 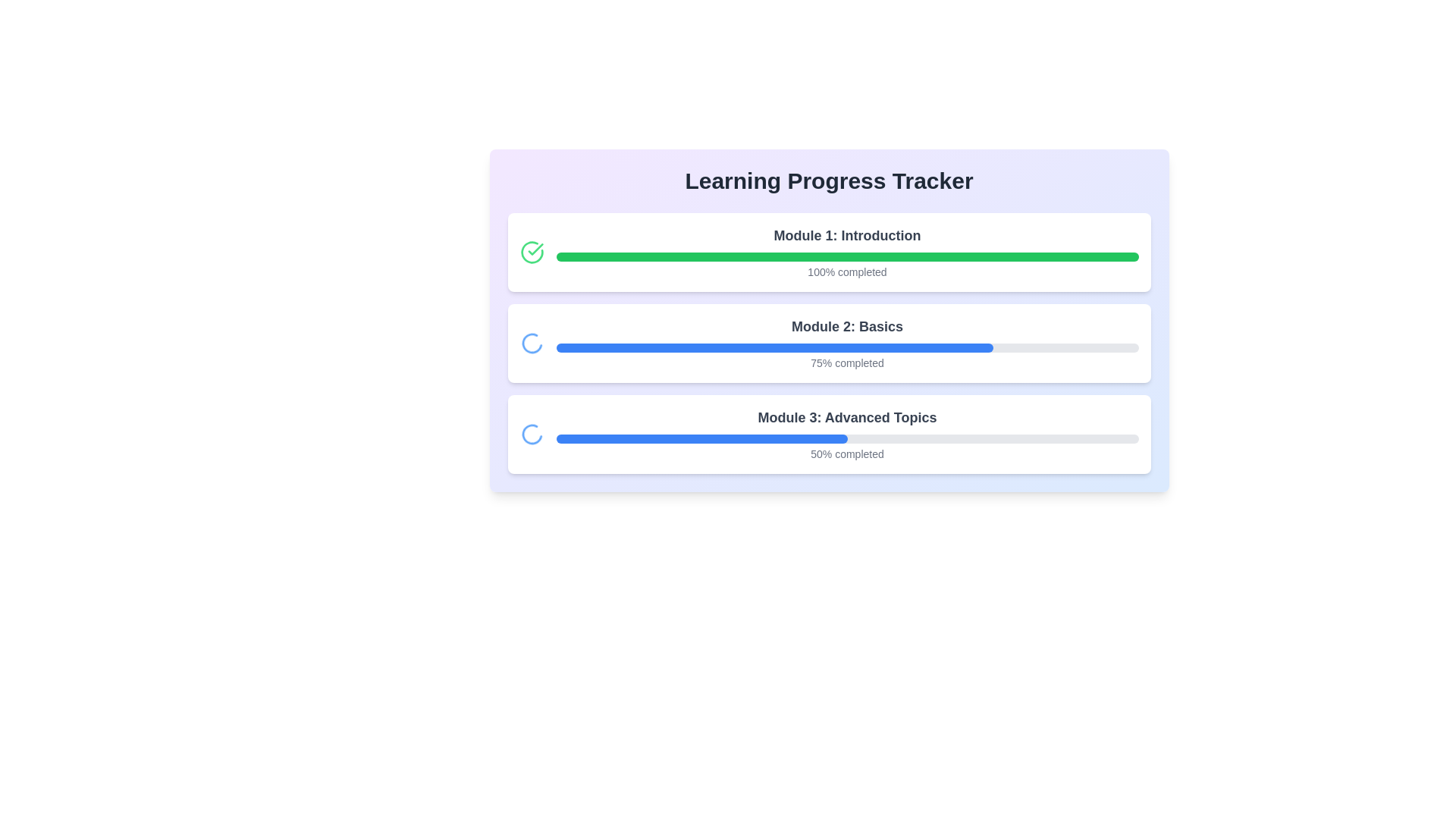 What do you see at coordinates (846, 418) in the screenshot?
I see `text block displaying 'Module 3: Advanced Topics' which is a bold gray label positioned within the 'Module 3' card, located above a blue progress bar and the completion percentage` at bounding box center [846, 418].